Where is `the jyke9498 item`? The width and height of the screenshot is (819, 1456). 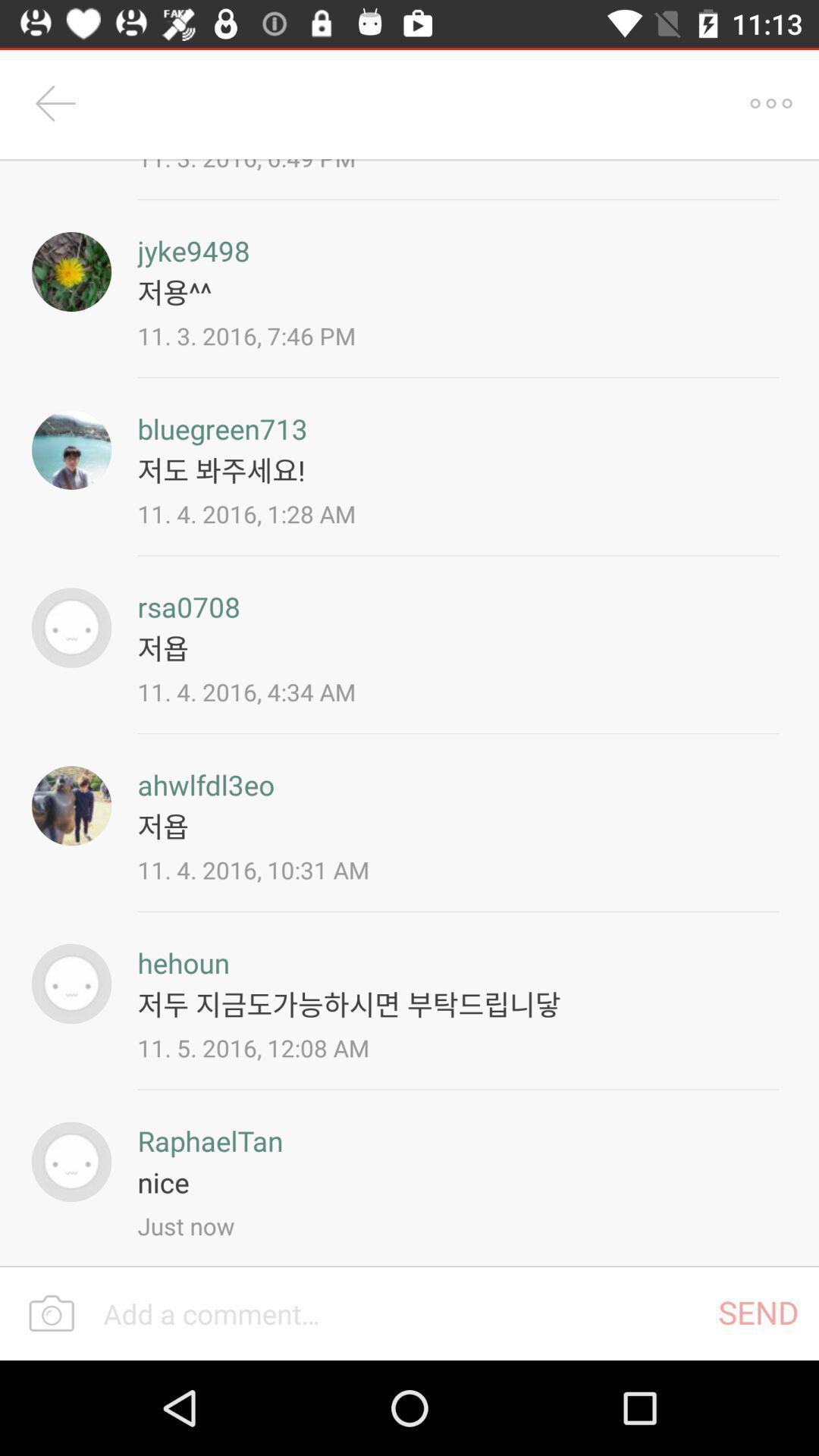
the jyke9498 item is located at coordinates (193, 250).